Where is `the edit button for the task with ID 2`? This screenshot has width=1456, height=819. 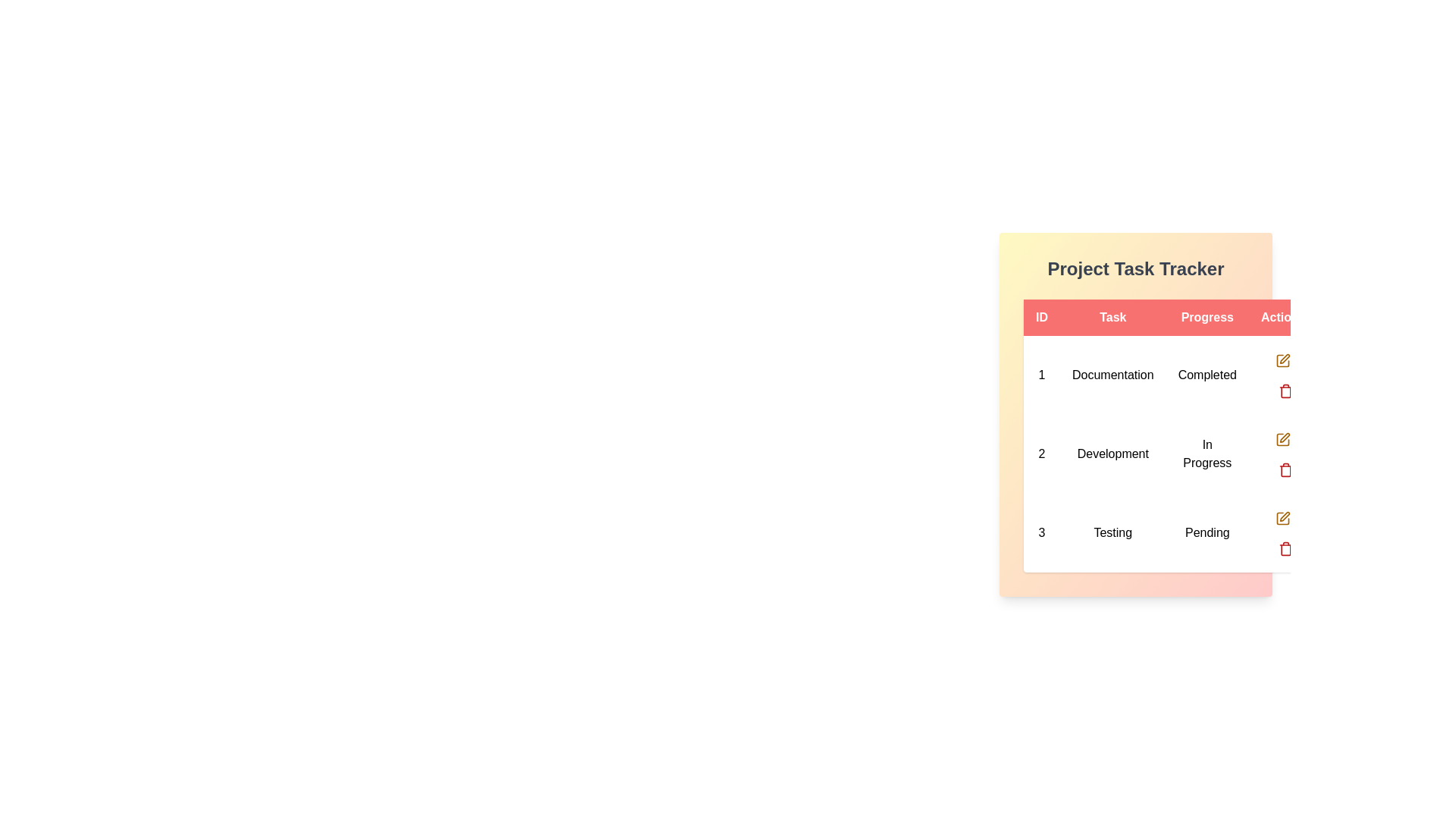
the edit button for the task with ID 2 is located at coordinates (1282, 438).